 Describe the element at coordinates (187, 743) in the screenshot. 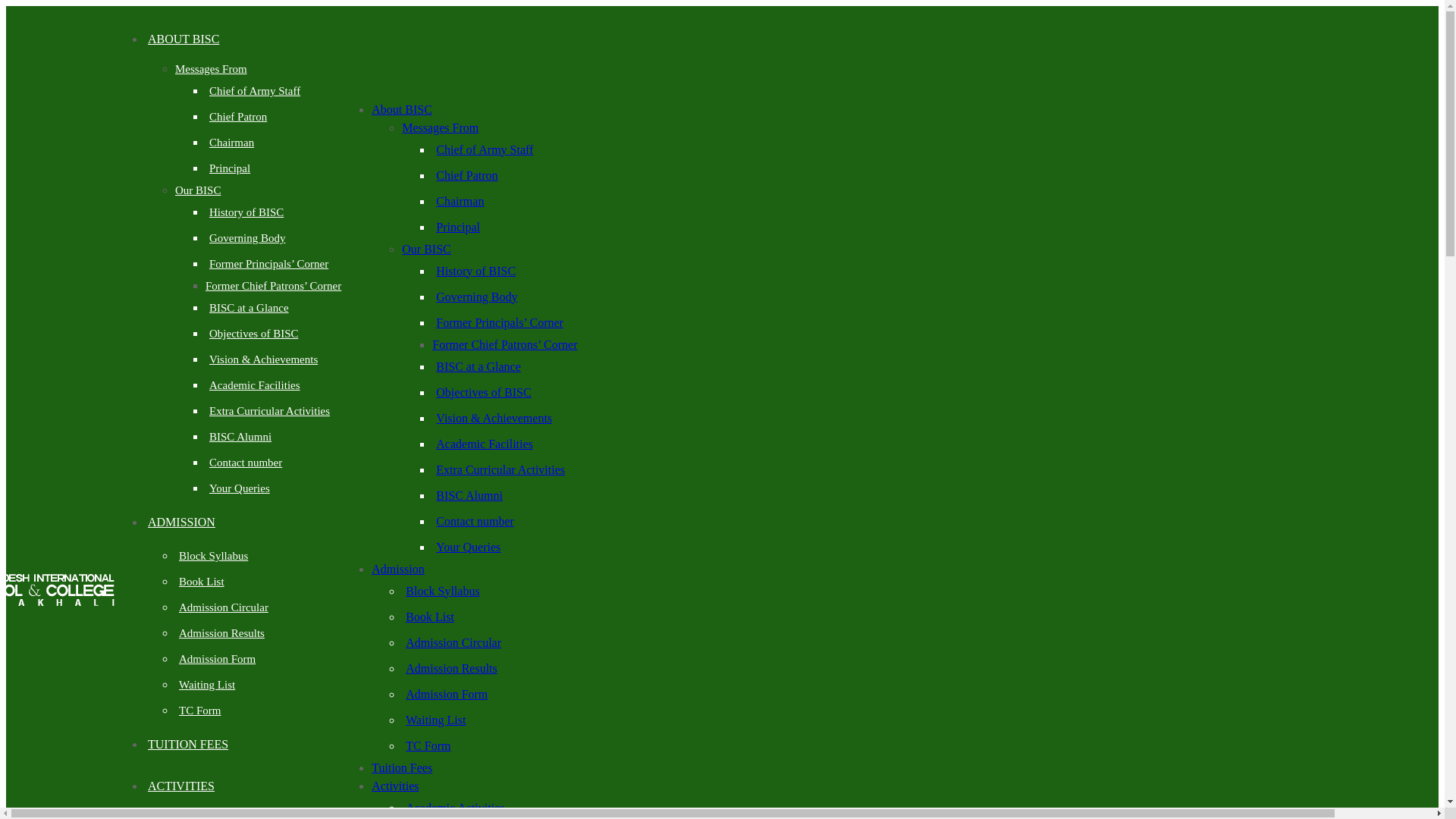

I see `'TUITION FEES'` at that location.